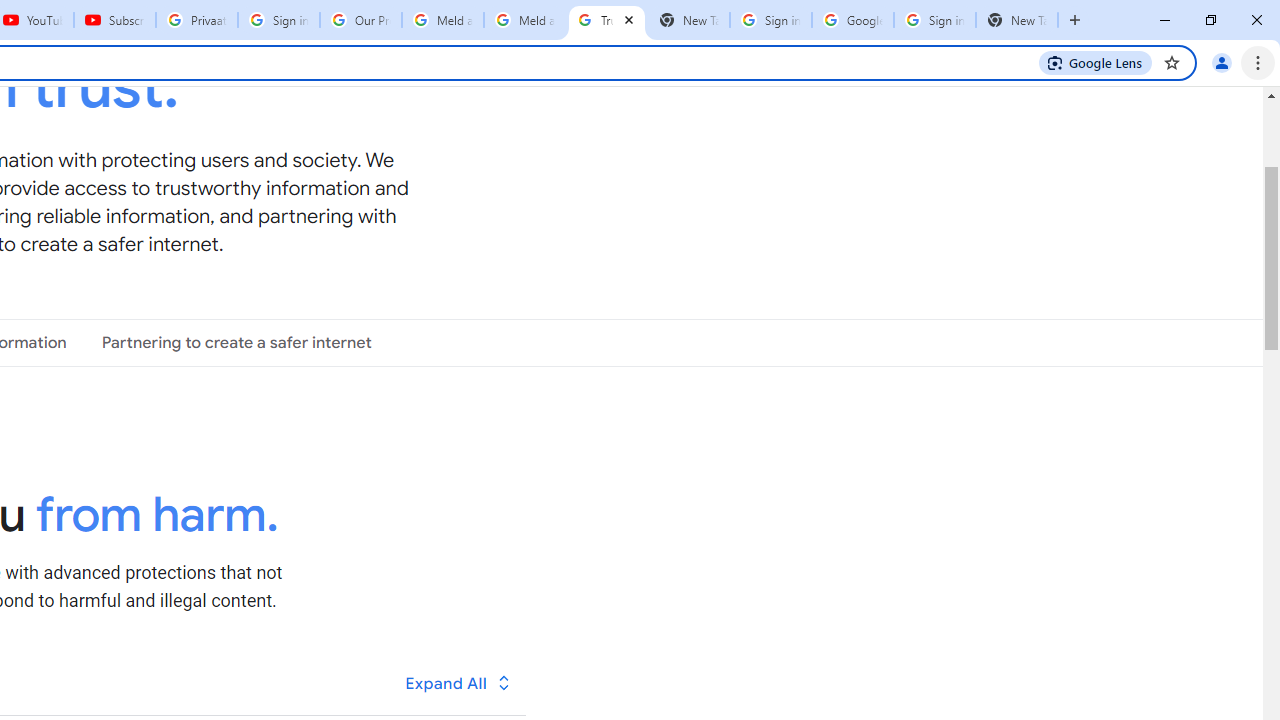 Image resolution: width=1280 pixels, height=720 pixels. Describe the element at coordinates (934, 20) in the screenshot. I see `'Sign in - Google Accounts'` at that location.